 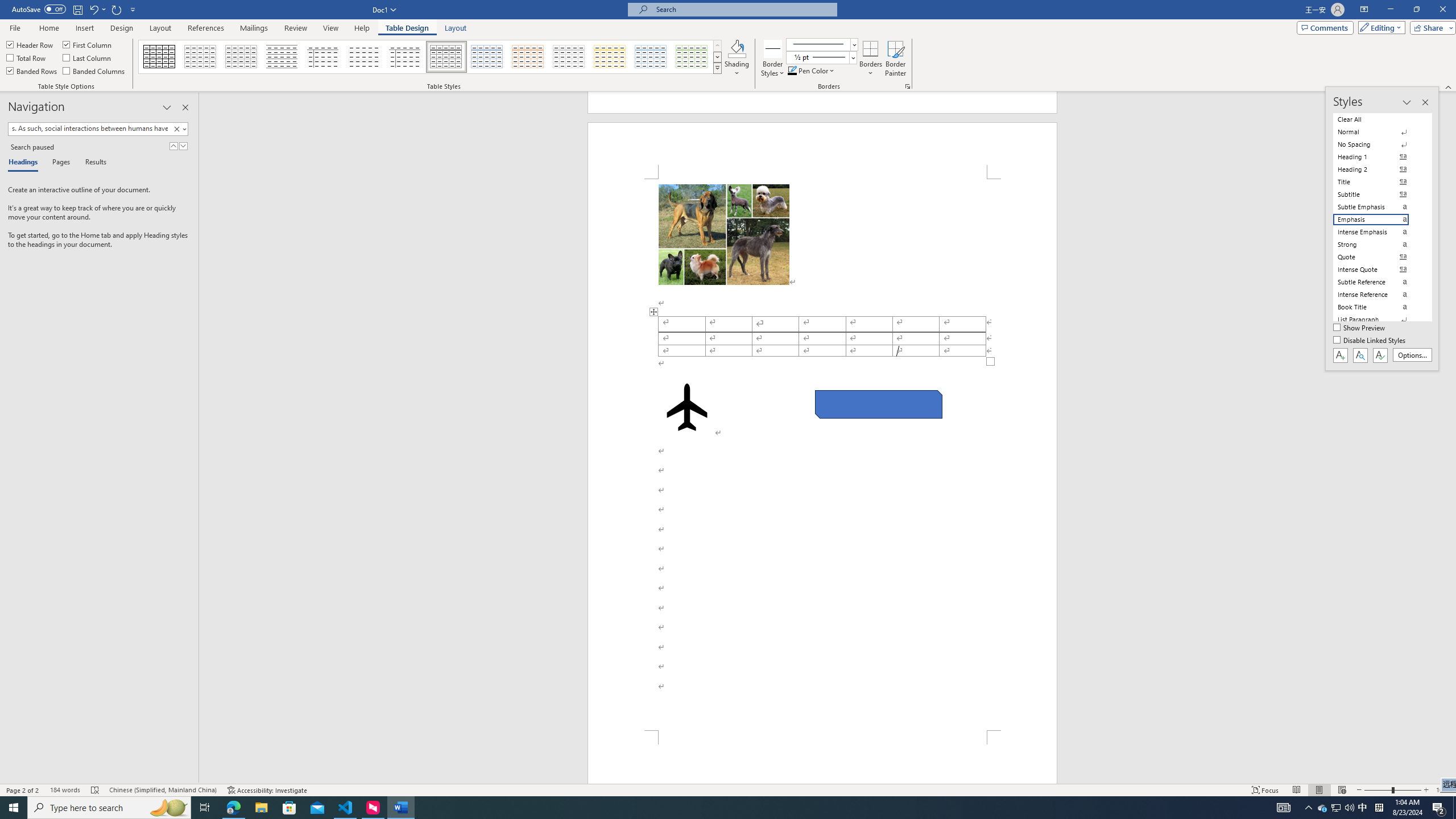 What do you see at coordinates (88, 44) in the screenshot?
I see `'First Column'` at bounding box center [88, 44].